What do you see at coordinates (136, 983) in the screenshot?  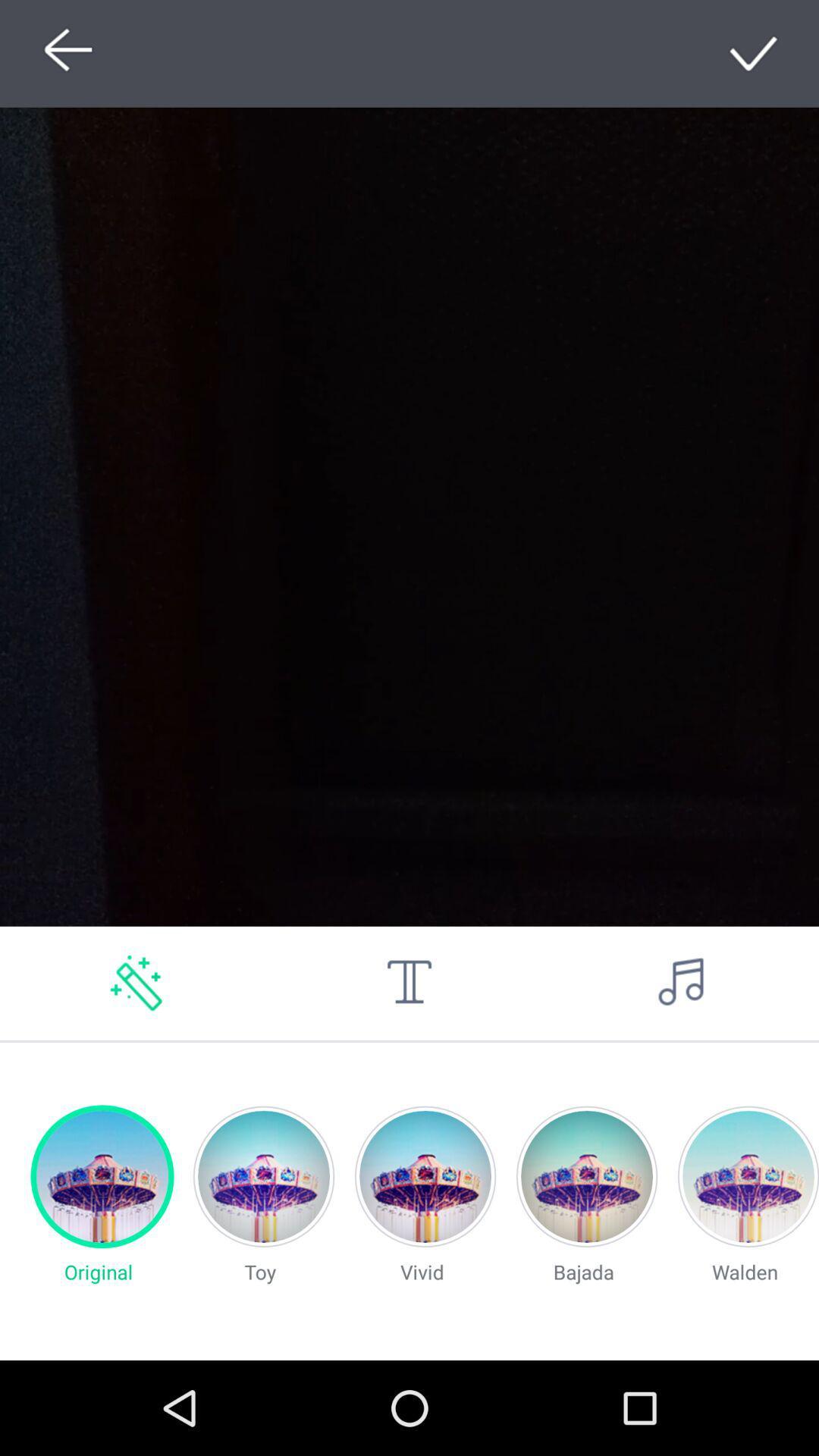 I see `edit image` at bounding box center [136, 983].